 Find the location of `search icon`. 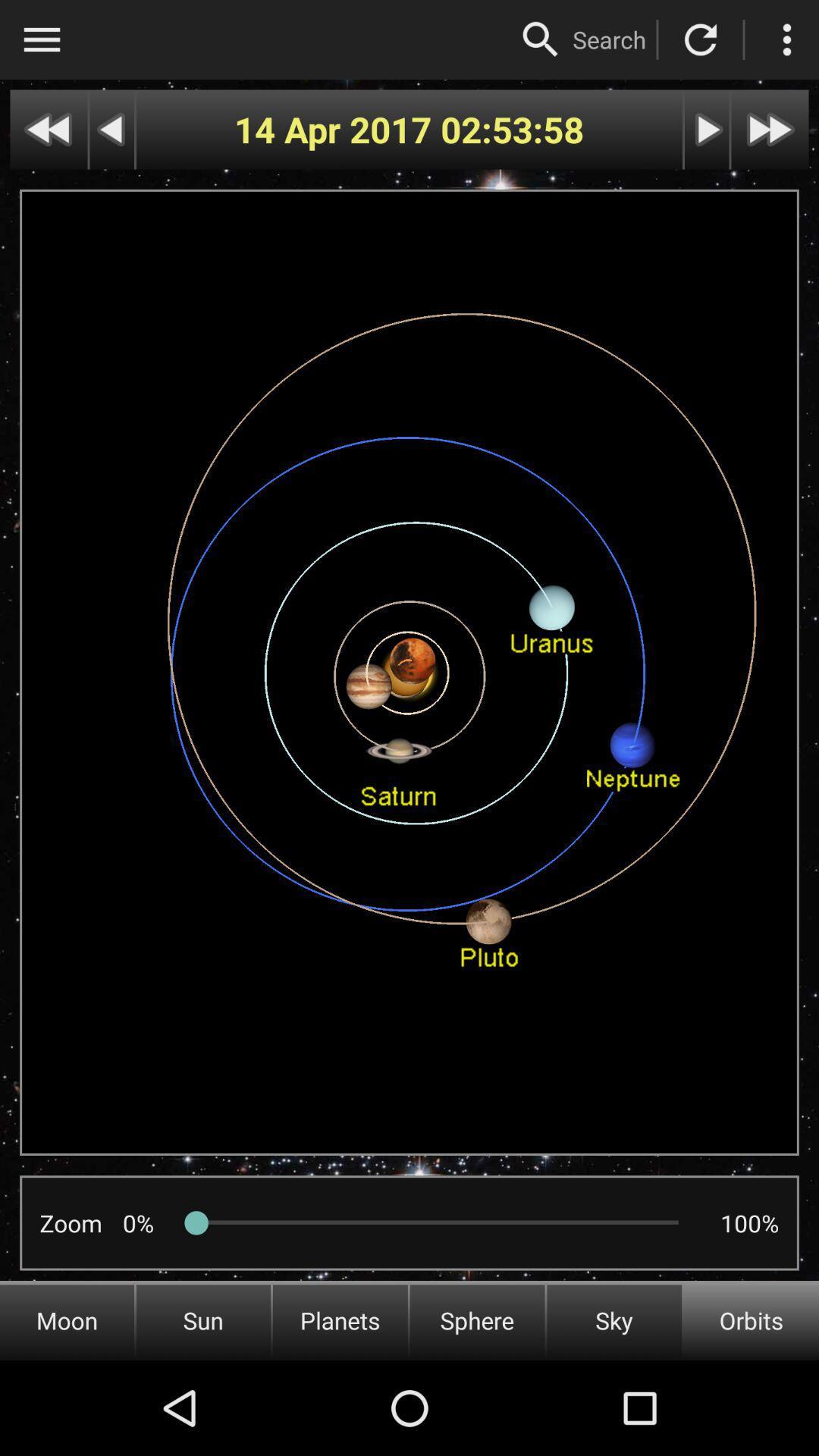

search icon is located at coordinates (608, 39).